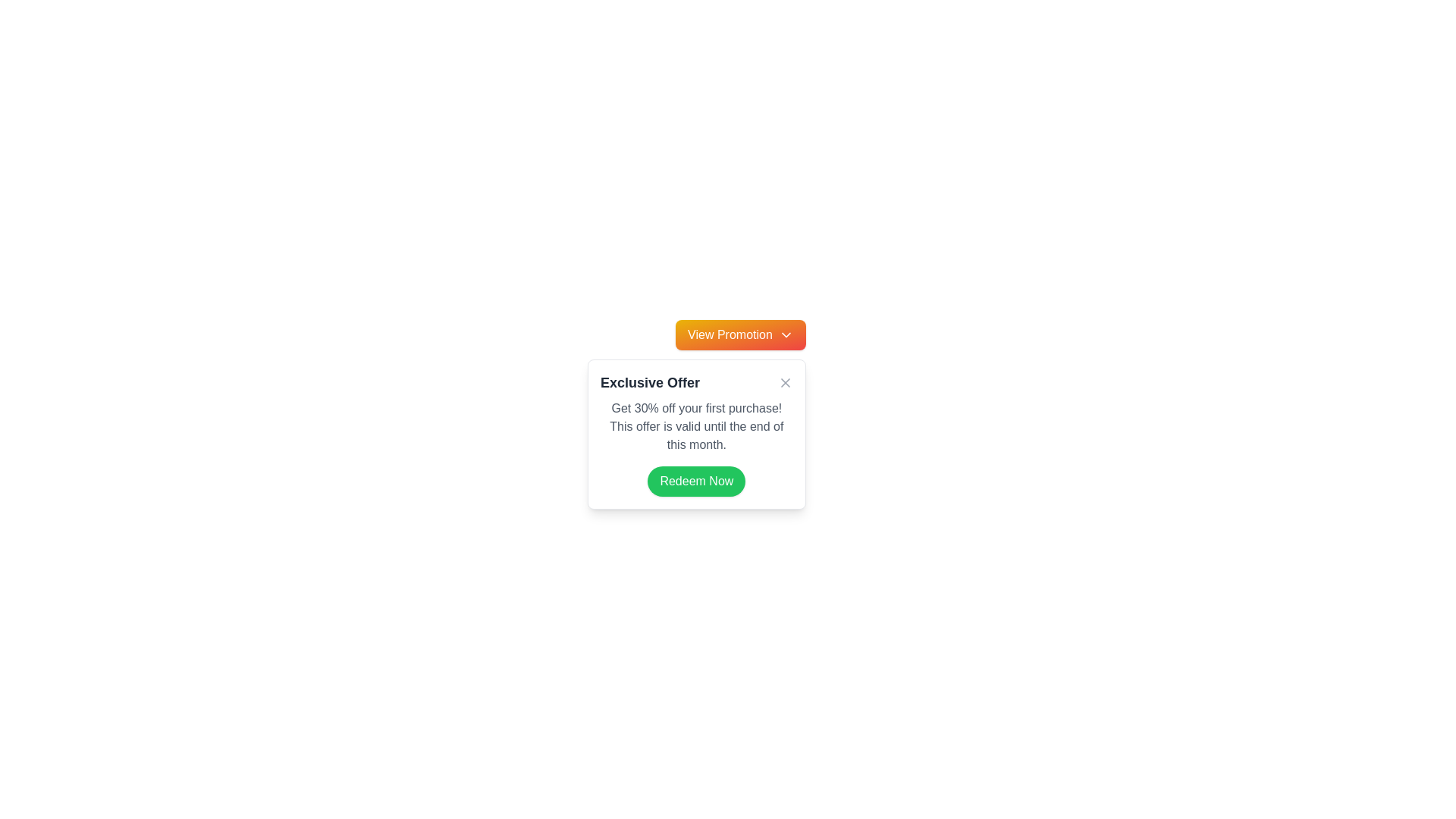  Describe the element at coordinates (695, 382) in the screenshot. I see `text label that serves as the title for the promotional content in the pop-up, located at the top of the pop-up adjacent to the close icon` at that location.